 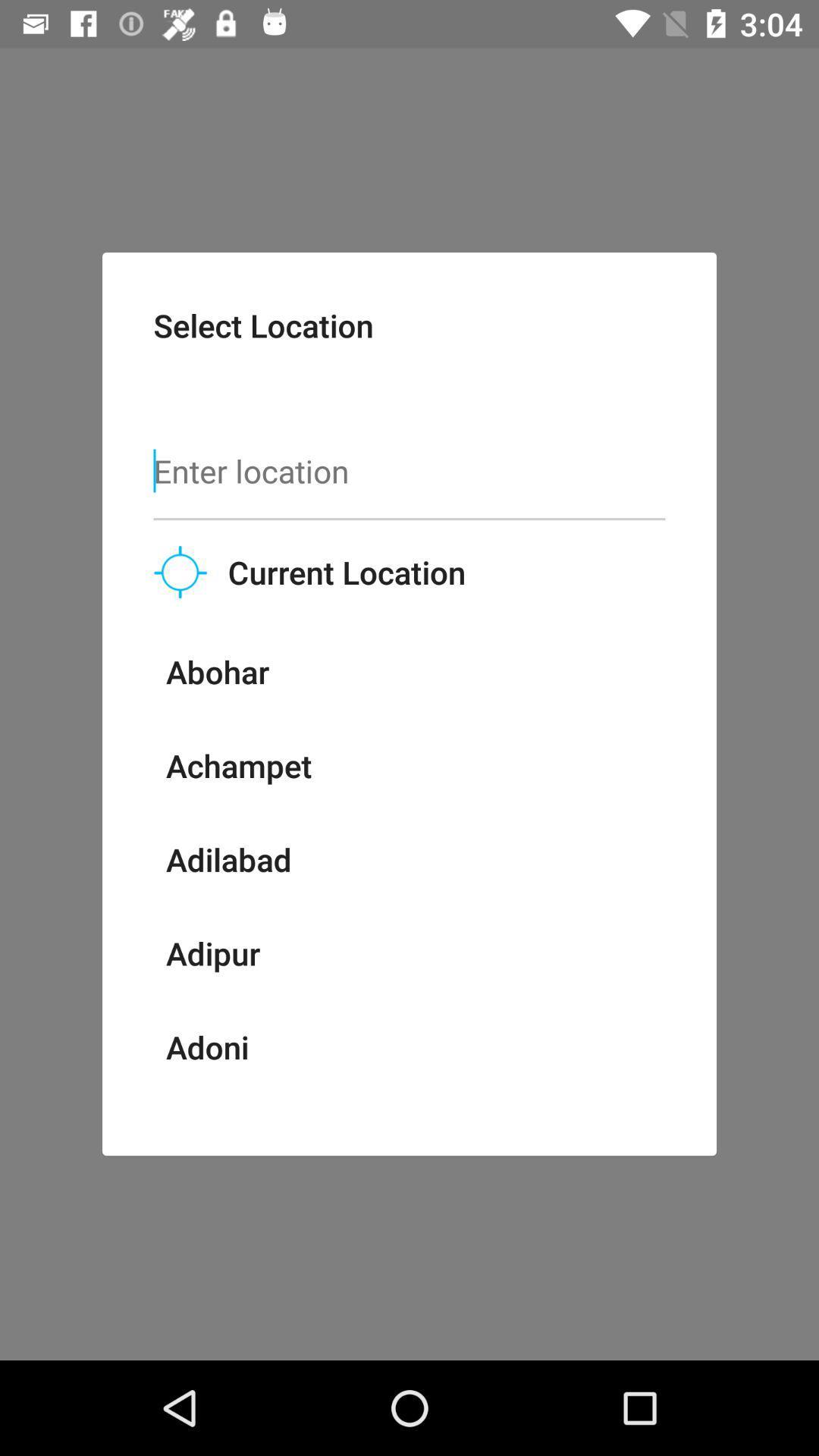 I want to click on the icon below achampet item, so click(x=228, y=859).